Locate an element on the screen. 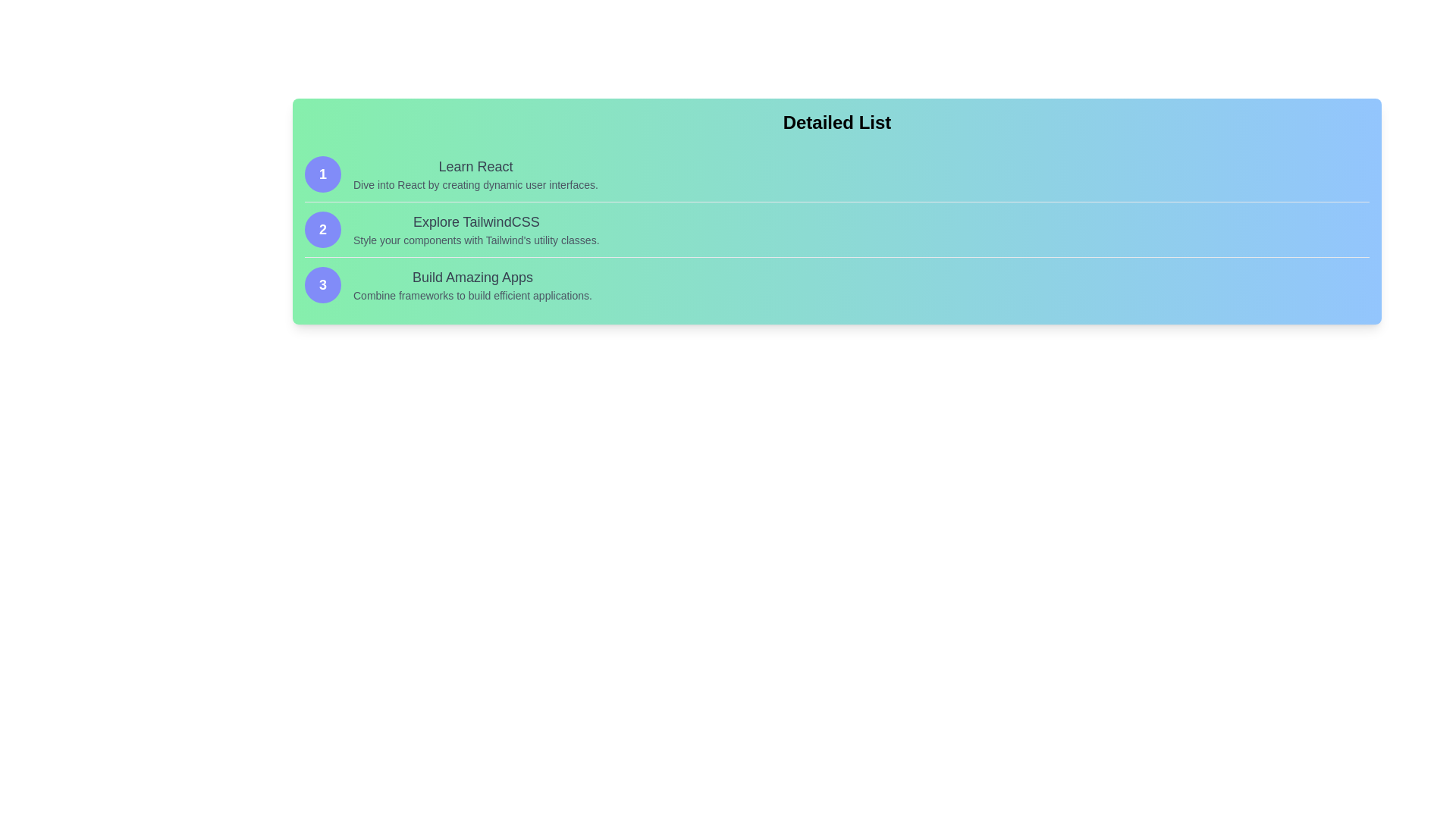 The image size is (1456, 819). text content of the text label displaying 'Explore TailwindCSS', which is a medium-sized gray header positioned at the top of the second section in a vertically arranged list is located at coordinates (475, 222).